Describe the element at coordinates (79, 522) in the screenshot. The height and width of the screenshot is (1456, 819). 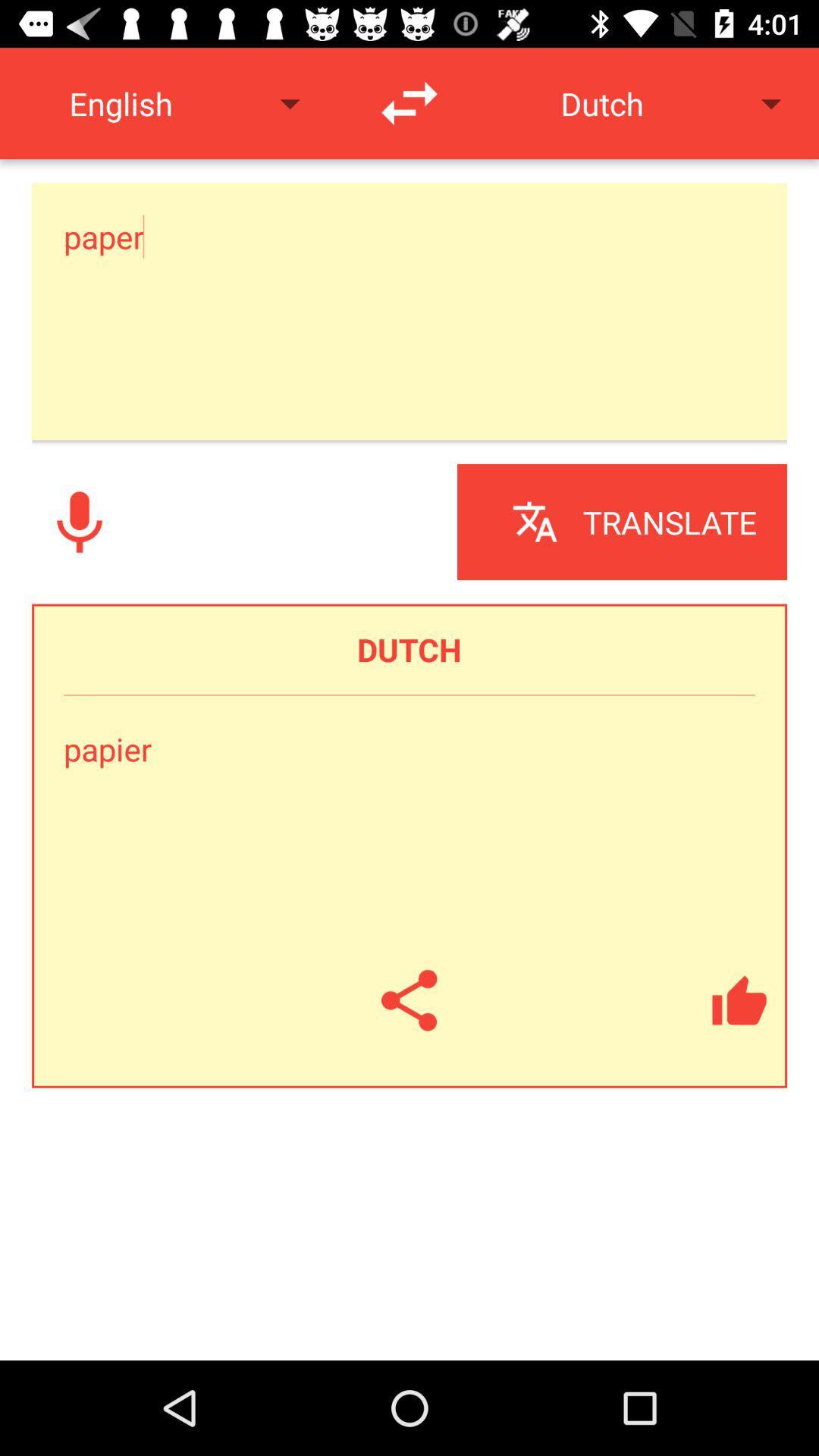
I see `the microphone icon` at that location.